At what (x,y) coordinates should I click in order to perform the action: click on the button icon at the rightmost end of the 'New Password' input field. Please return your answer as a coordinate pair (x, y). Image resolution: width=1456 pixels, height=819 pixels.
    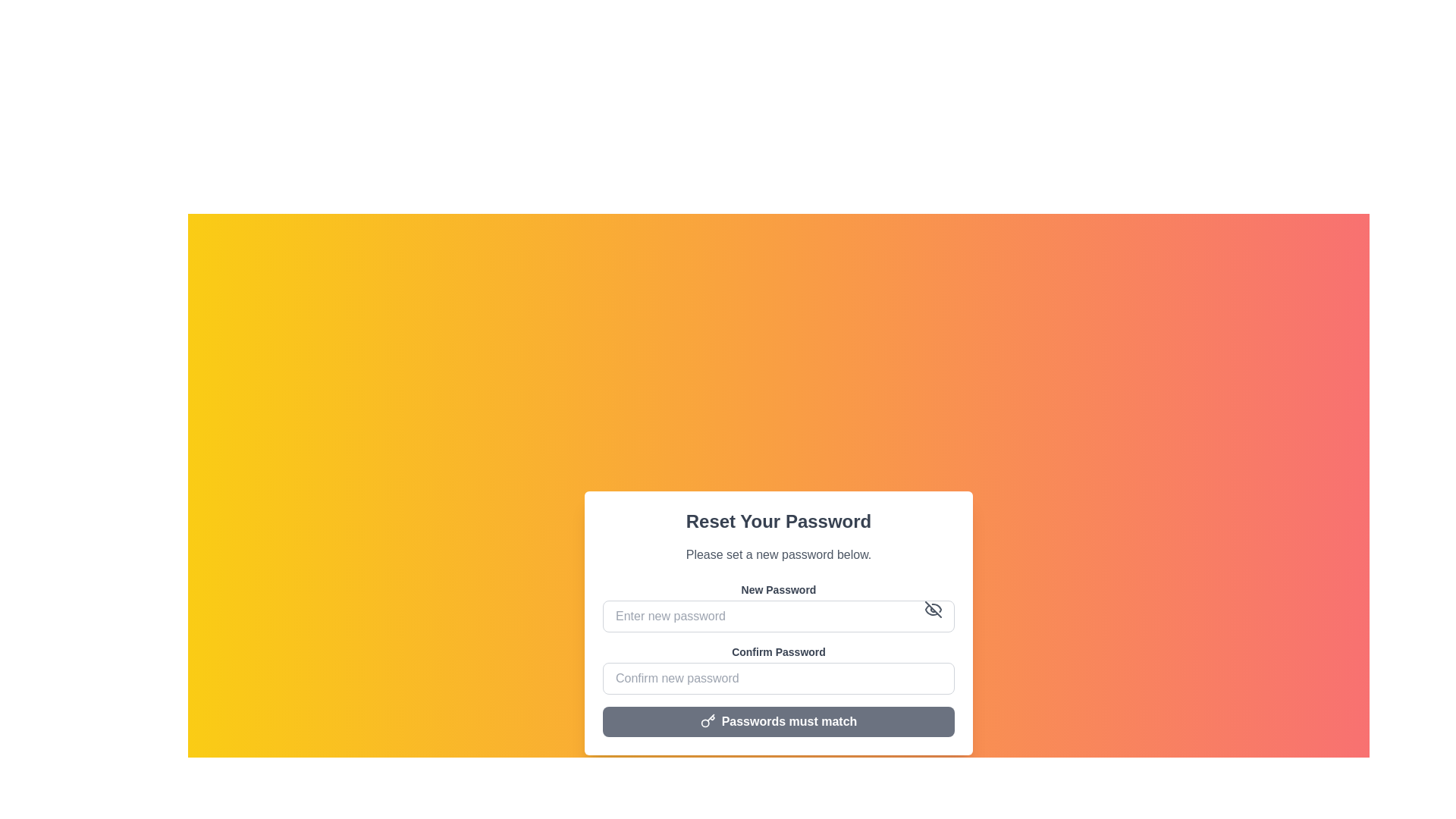
    Looking at the image, I should click on (932, 608).